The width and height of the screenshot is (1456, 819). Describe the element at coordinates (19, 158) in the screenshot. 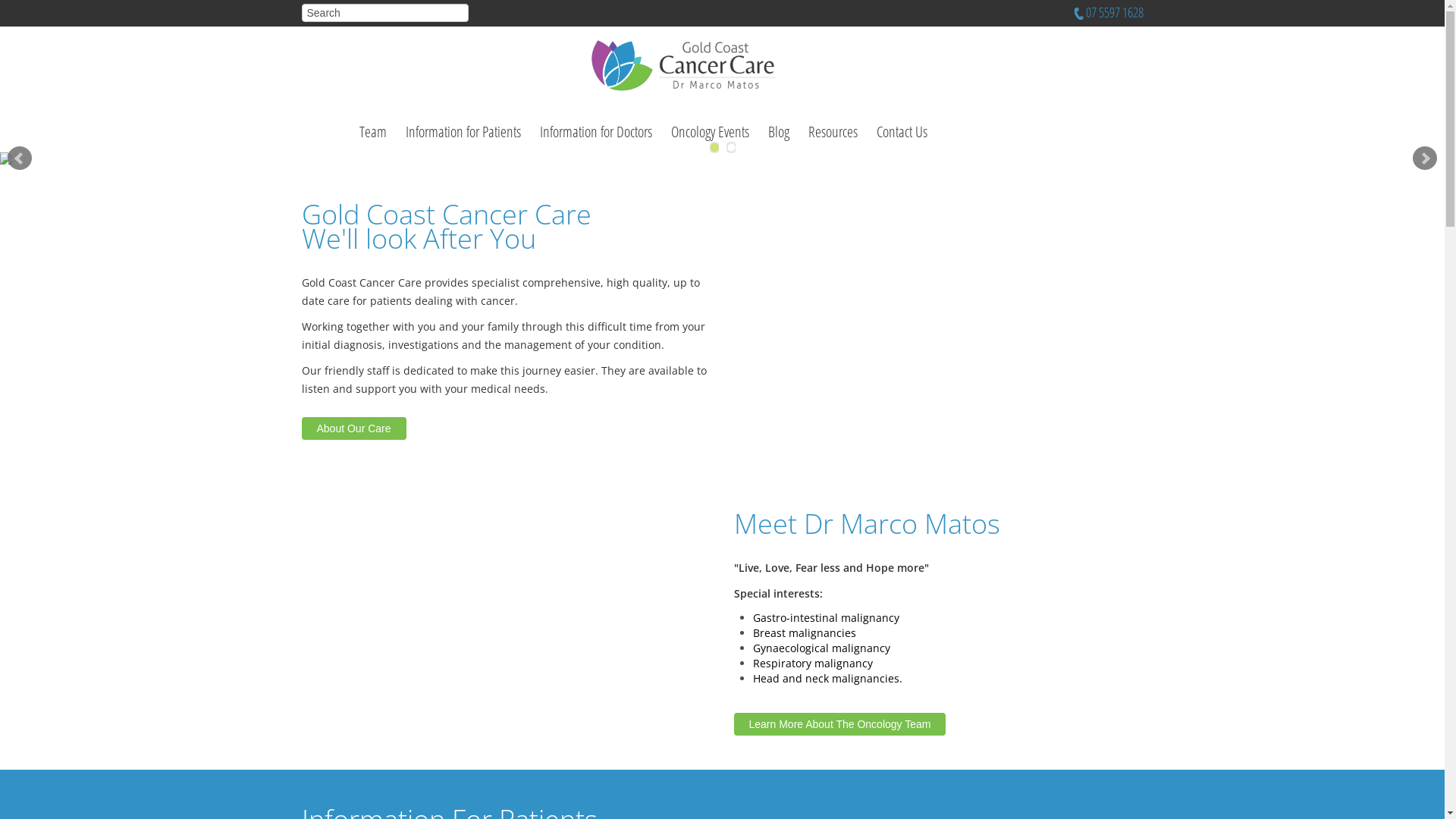

I see `'Prev'` at that location.